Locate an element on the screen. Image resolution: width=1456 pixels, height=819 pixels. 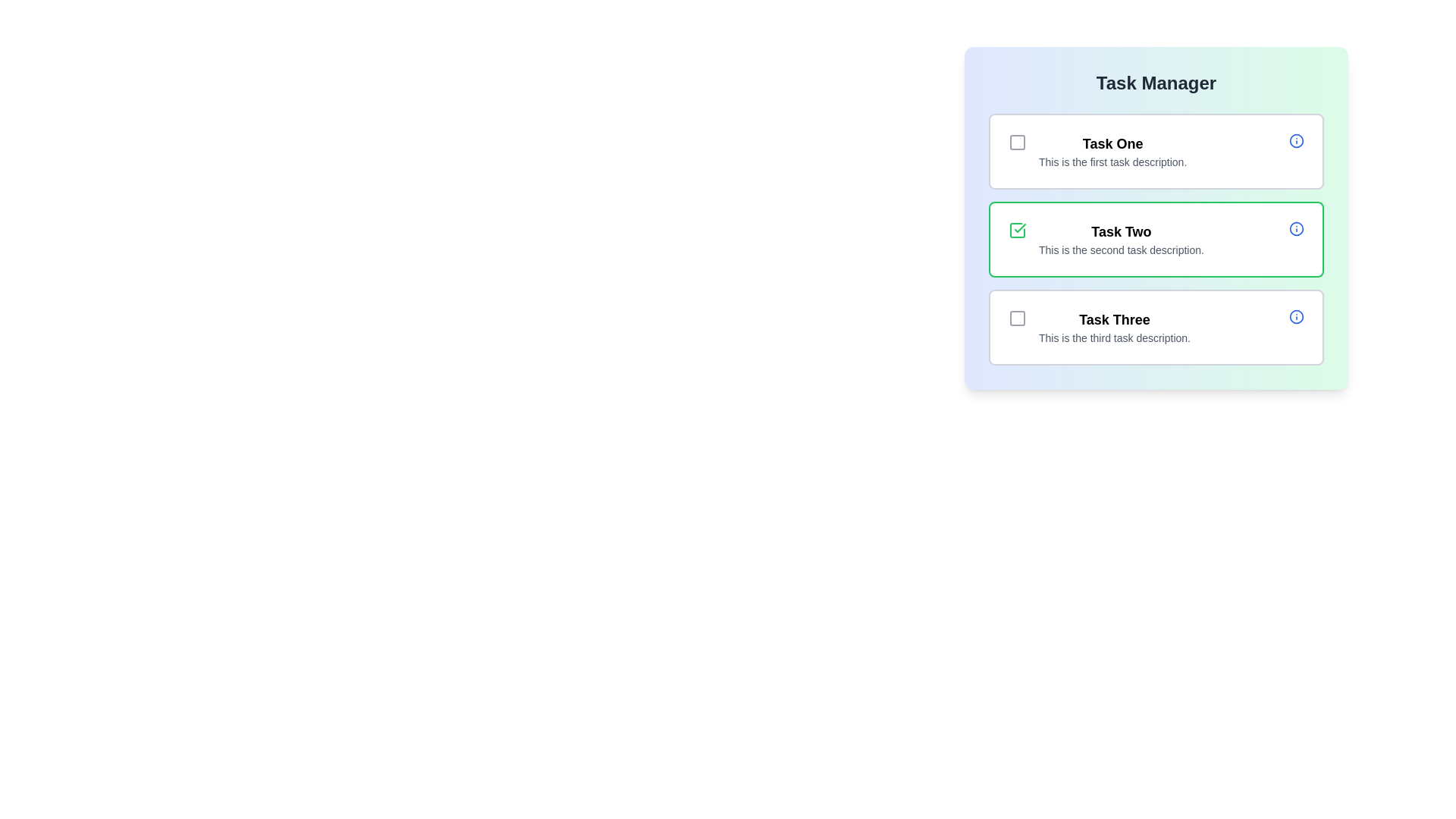
text content of the 'Task Two' label, which is a bold and prominent title displayed at the top of the second task card in the Task Manager interface is located at coordinates (1121, 231).